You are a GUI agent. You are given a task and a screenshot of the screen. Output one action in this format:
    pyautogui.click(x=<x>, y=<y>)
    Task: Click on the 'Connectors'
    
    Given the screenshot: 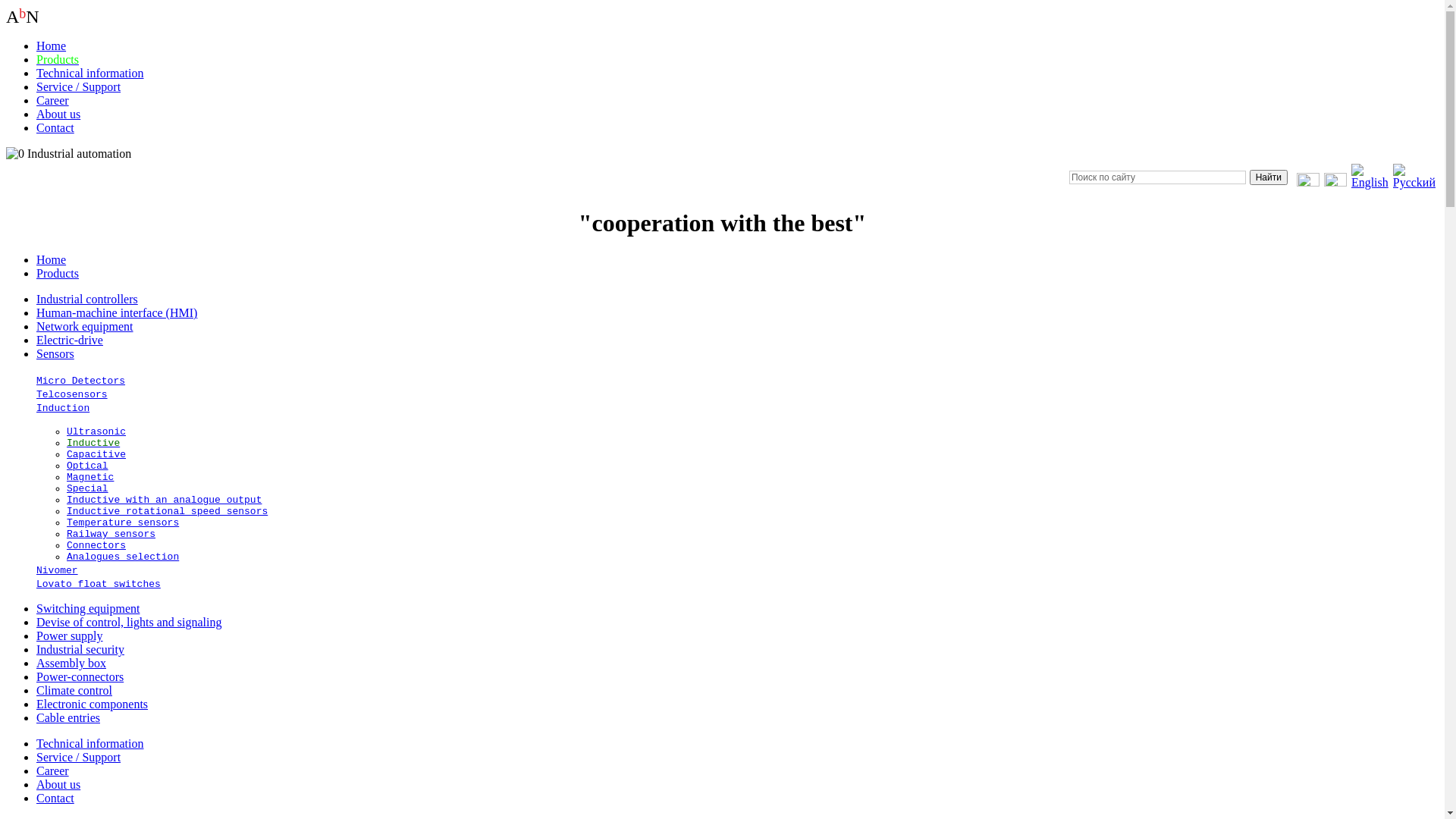 What is the action you would take?
    pyautogui.click(x=95, y=544)
    